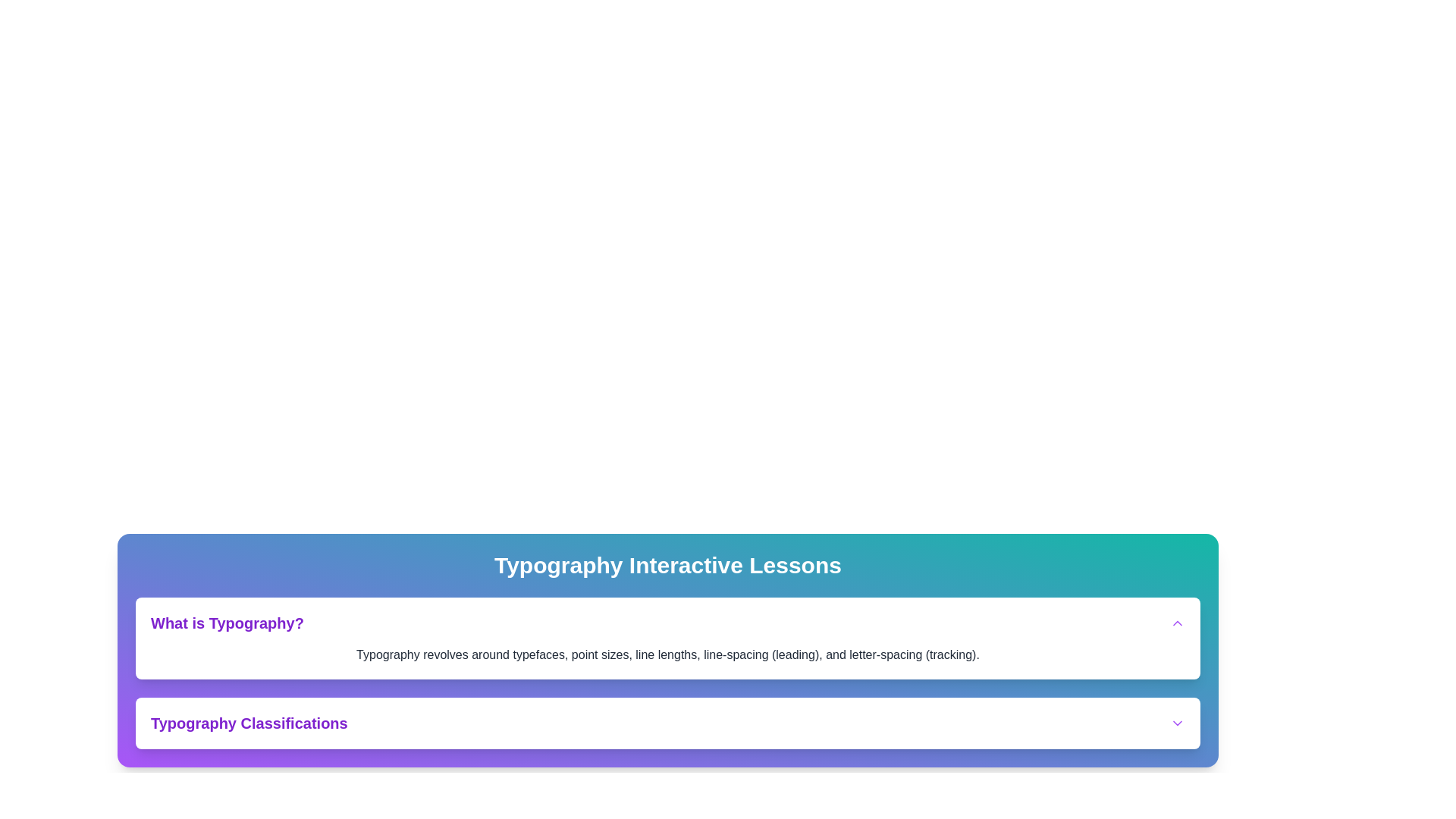 The image size is (1456, 819). I want to click on the small upward-pointing chevron arrow icon located in the top-right corner of the 'What is Typography?' section to change its color, so click(1177, 623).